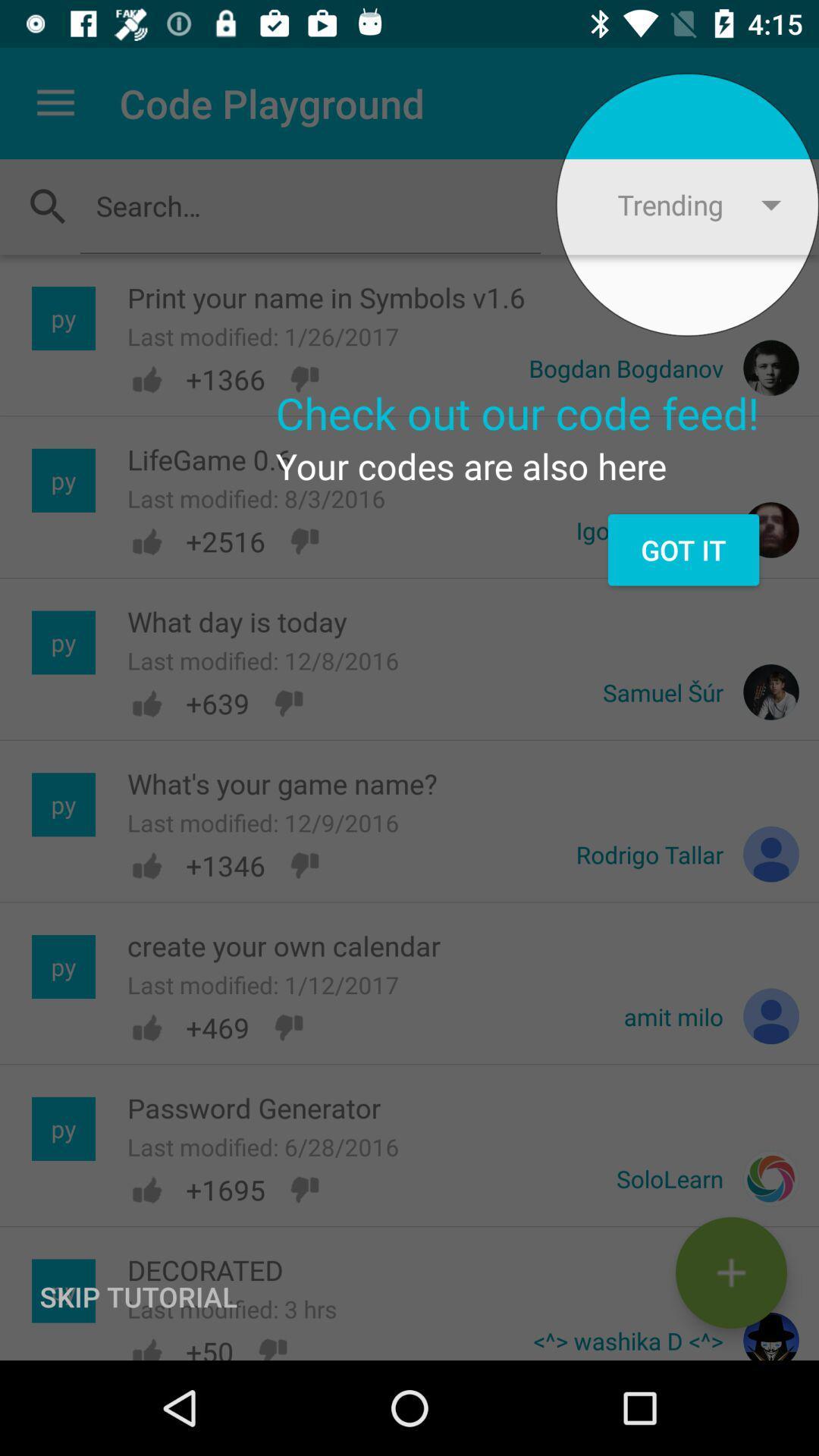 This screenshot has width=819, height=1456. Describe the element at coordinates (309, 205) in the screenshot. I see `search` at that location.